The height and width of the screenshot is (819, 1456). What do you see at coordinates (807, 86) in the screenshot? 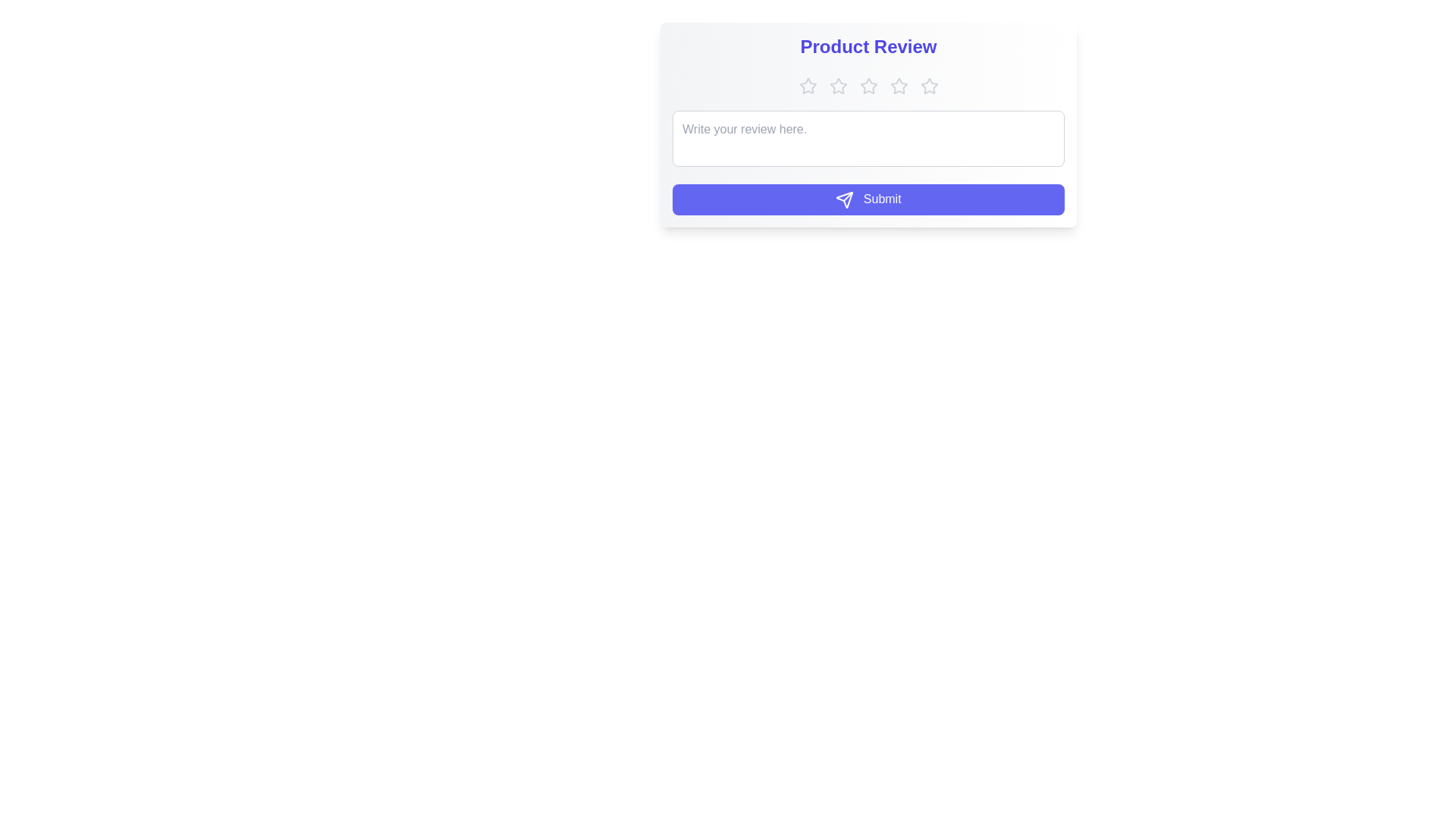
I see `the product rating to 1 stars by clicking on the respective star` at bounding box center [807, 86].